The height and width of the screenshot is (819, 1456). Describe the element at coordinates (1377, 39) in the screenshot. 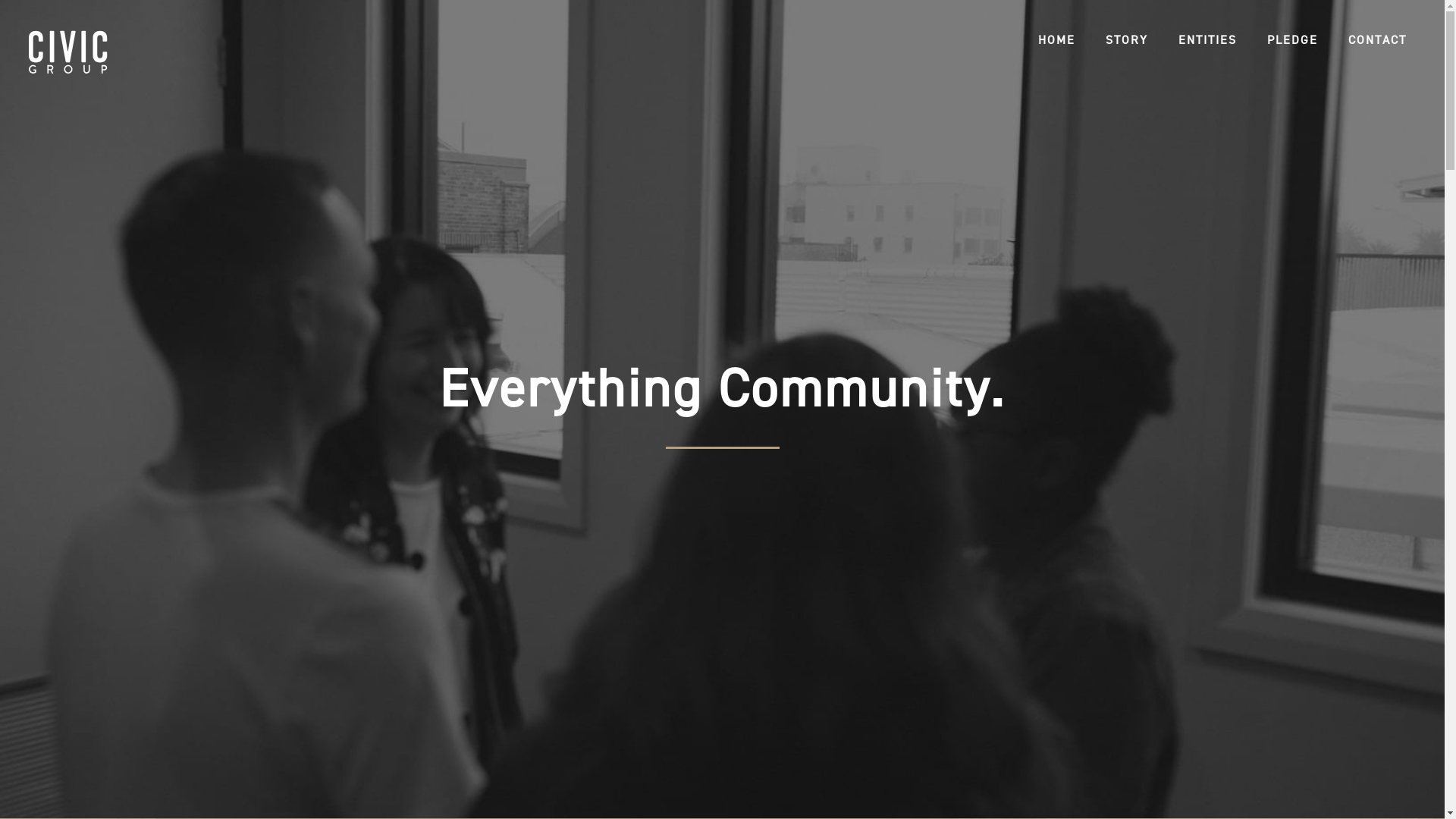

I see `'CONTACT'` at that location.